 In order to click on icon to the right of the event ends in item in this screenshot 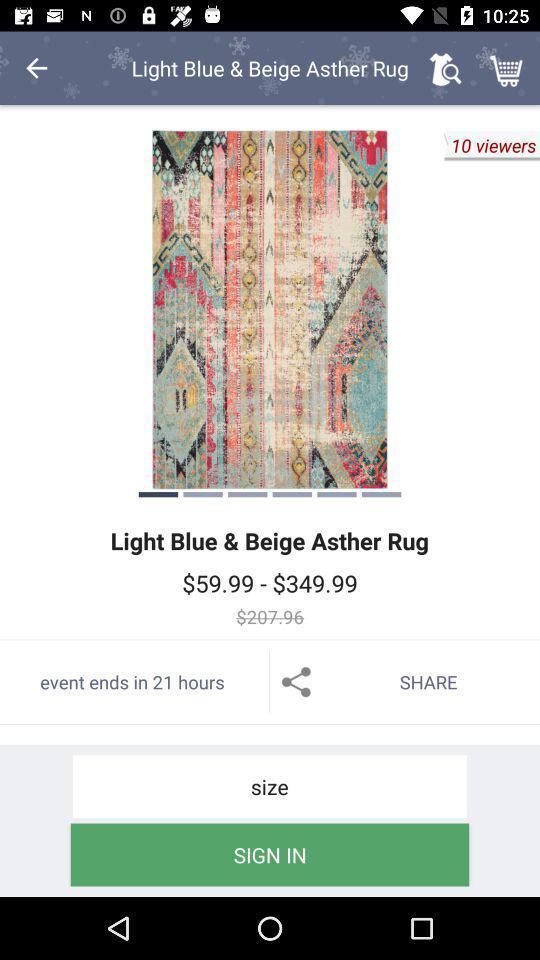, I will do `click(405, 682)`.